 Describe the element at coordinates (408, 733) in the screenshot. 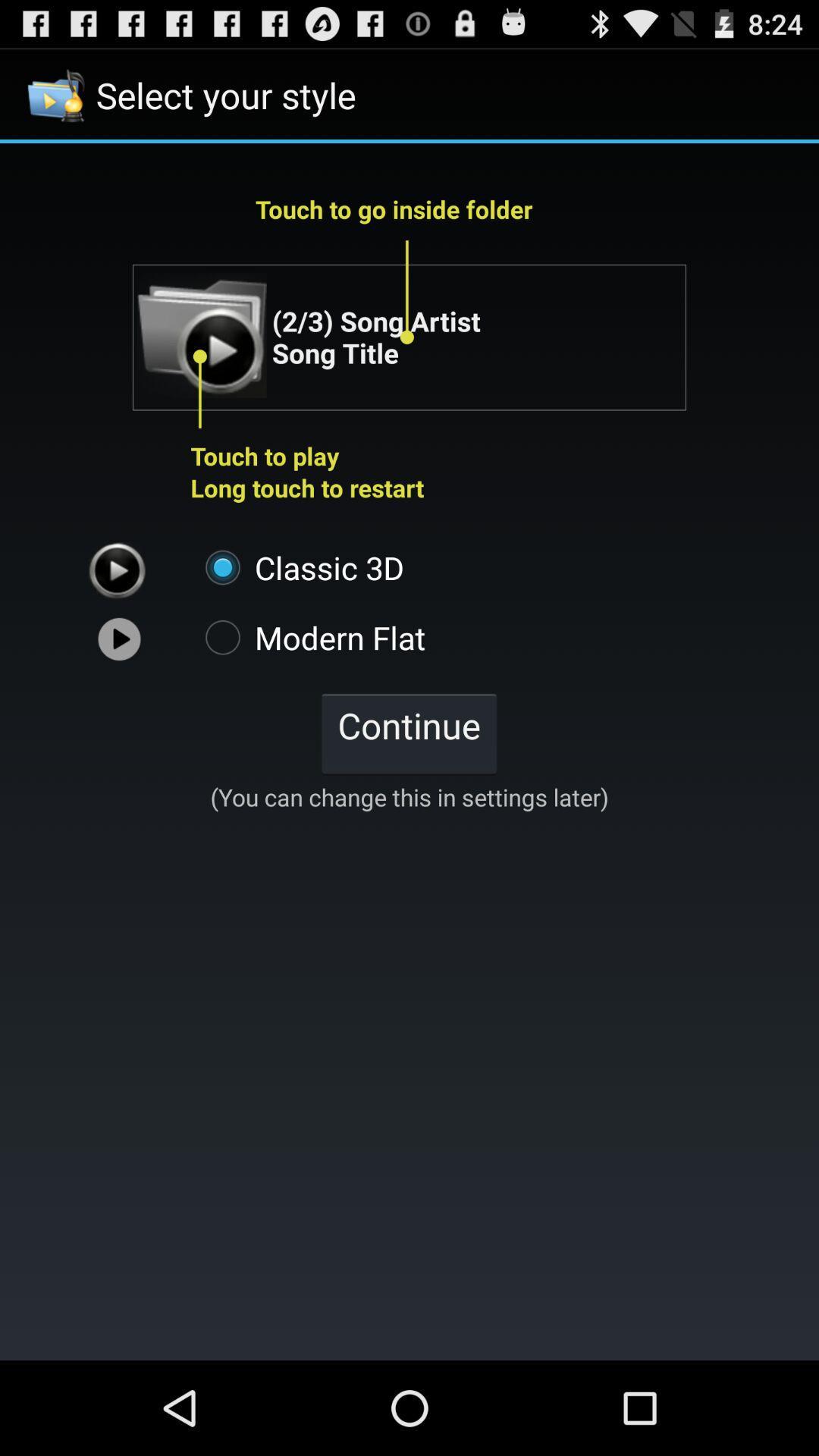

I see `the icon below modern flat radio button` at that location.